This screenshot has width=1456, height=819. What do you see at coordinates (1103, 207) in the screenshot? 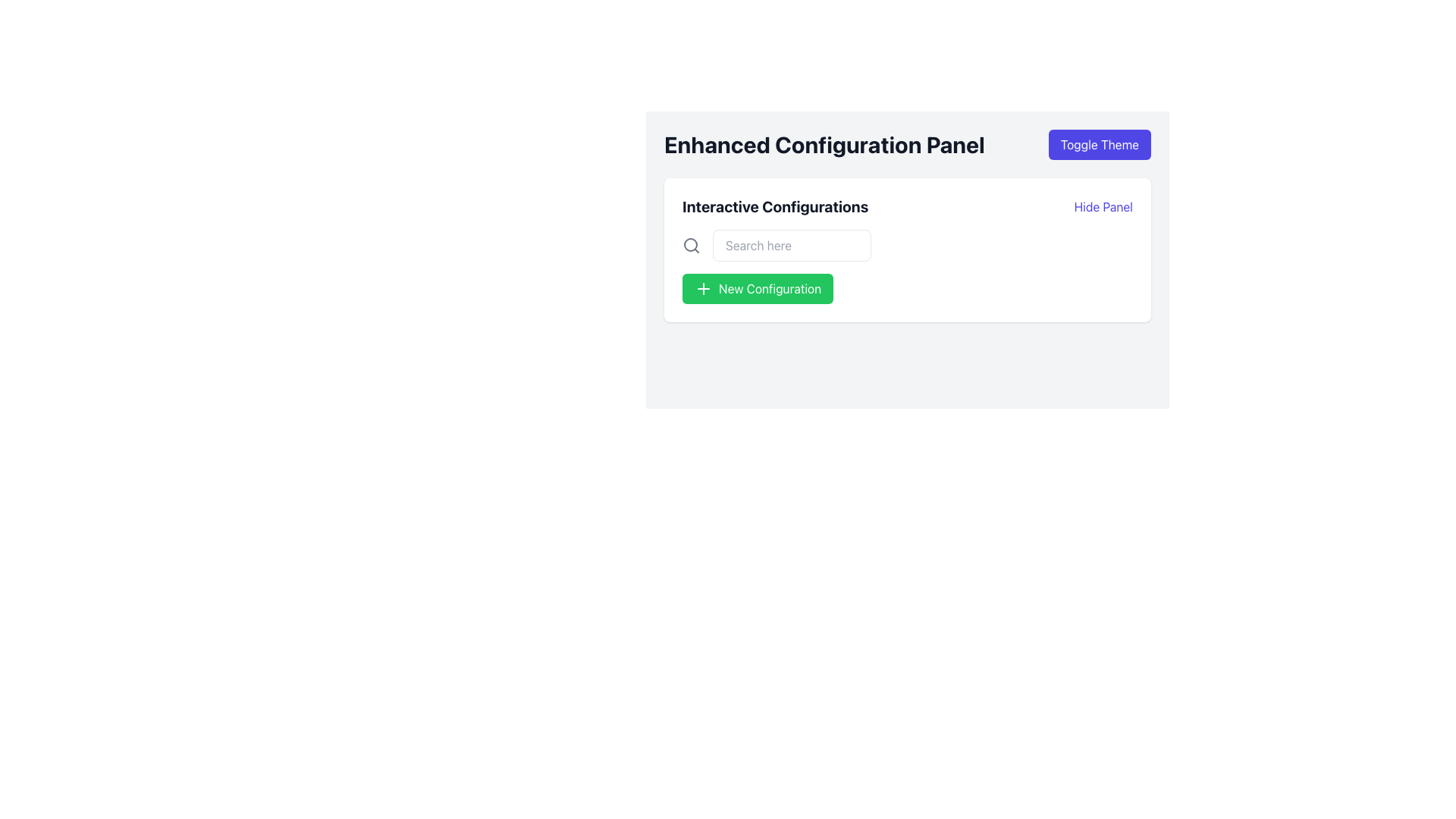
I see `the 'Hide Panel' text link located in the upper-right corner of the 'Interactive Configurations' section to hide the panel` at bounding box center [1103, 207].